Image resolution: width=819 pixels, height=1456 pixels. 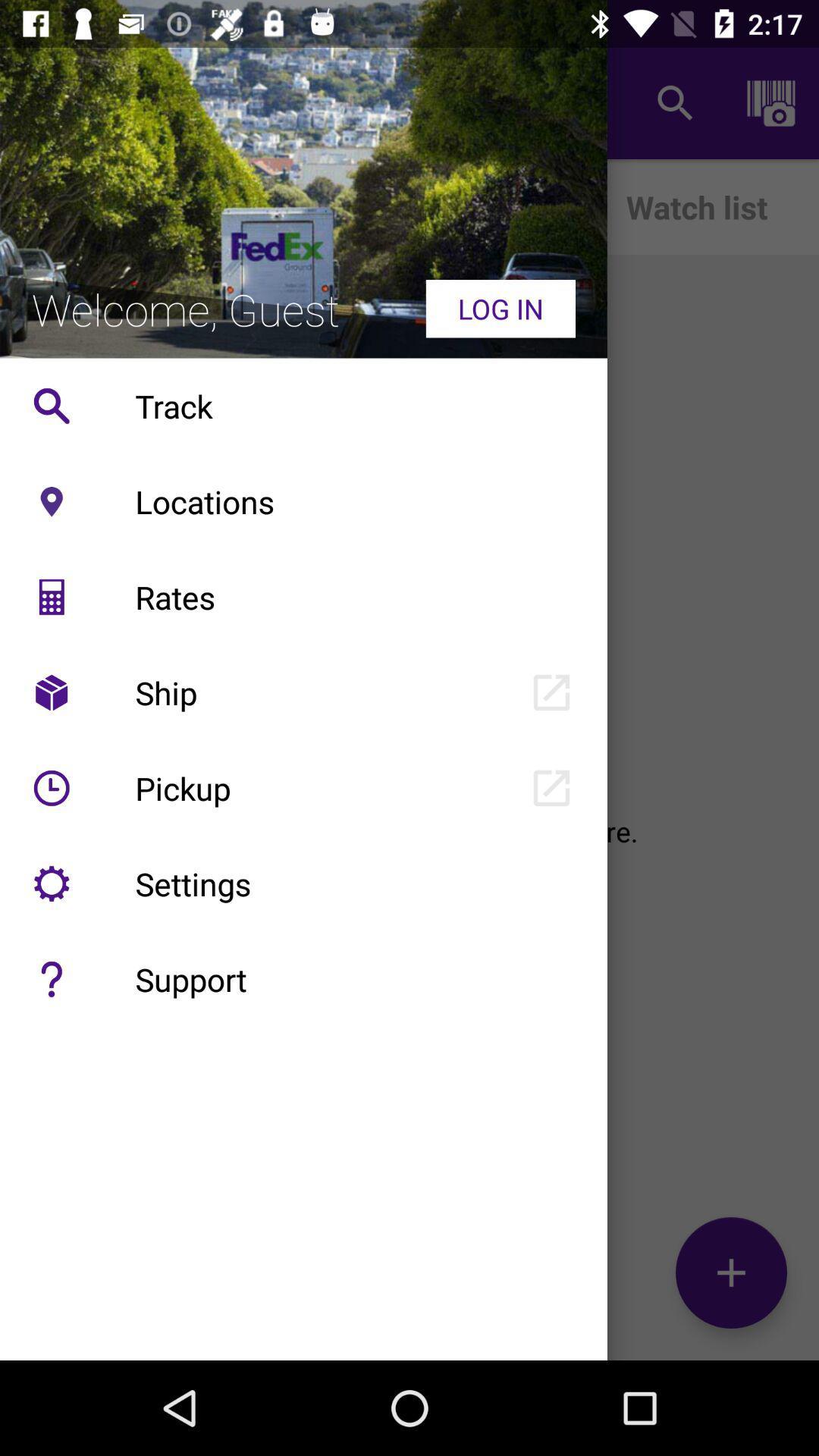 I want to click on icon on the left side of rates, so click(x=51, y=596).